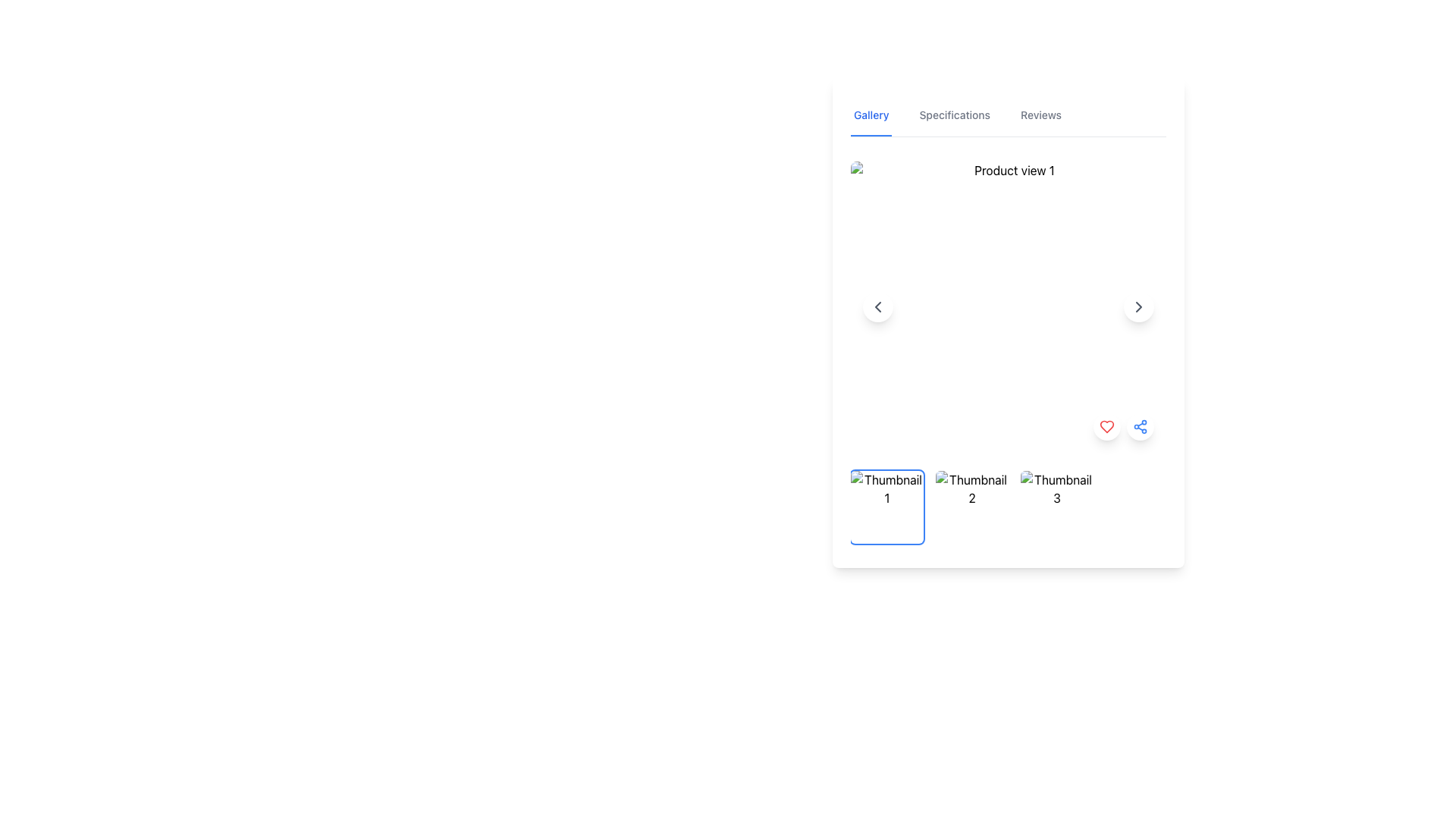  Describe the element at coordinates (1008, 115) in the screenshot. I see `the 'Specifications' tab in the Tab navigation bar` at that location.